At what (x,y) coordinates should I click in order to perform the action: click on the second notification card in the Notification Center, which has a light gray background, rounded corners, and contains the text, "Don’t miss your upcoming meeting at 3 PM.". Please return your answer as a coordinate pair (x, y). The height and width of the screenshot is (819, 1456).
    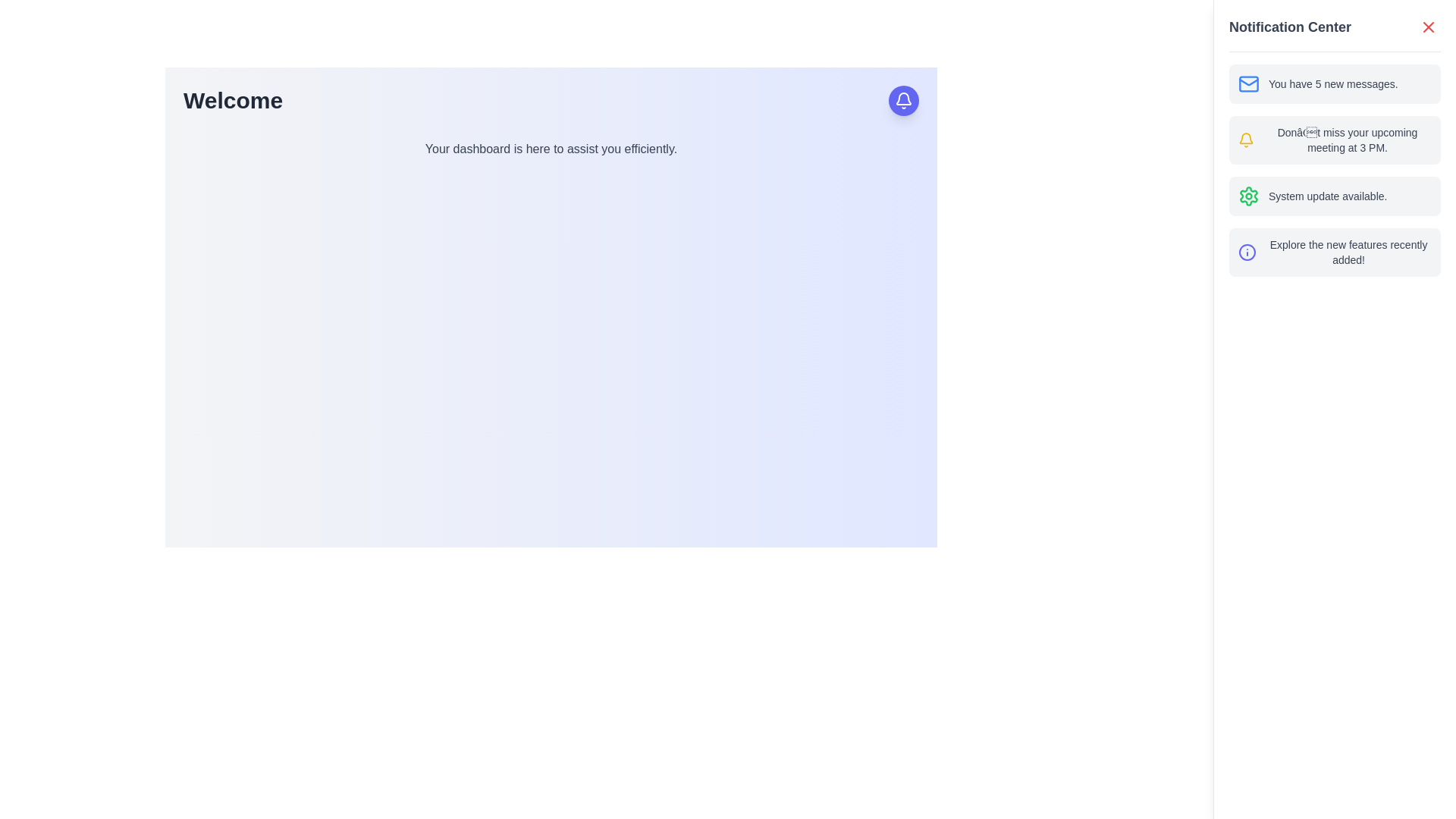
    Looking at the image, I should click on (1335, 140).